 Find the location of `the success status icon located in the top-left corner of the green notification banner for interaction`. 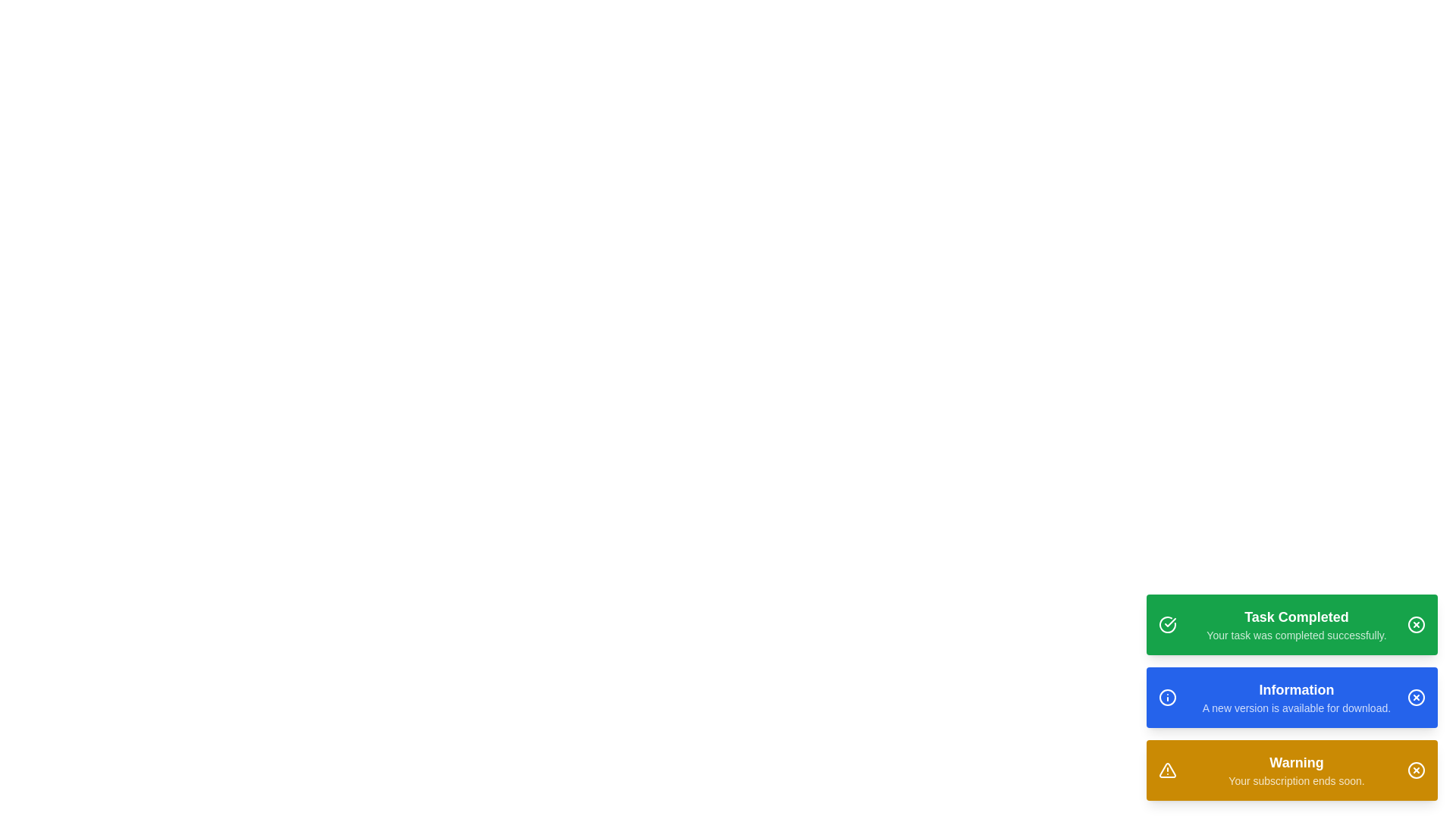

the success status icon located in the top-left corner of the green notification banner for interaction is located at coordinates (1167, 625).